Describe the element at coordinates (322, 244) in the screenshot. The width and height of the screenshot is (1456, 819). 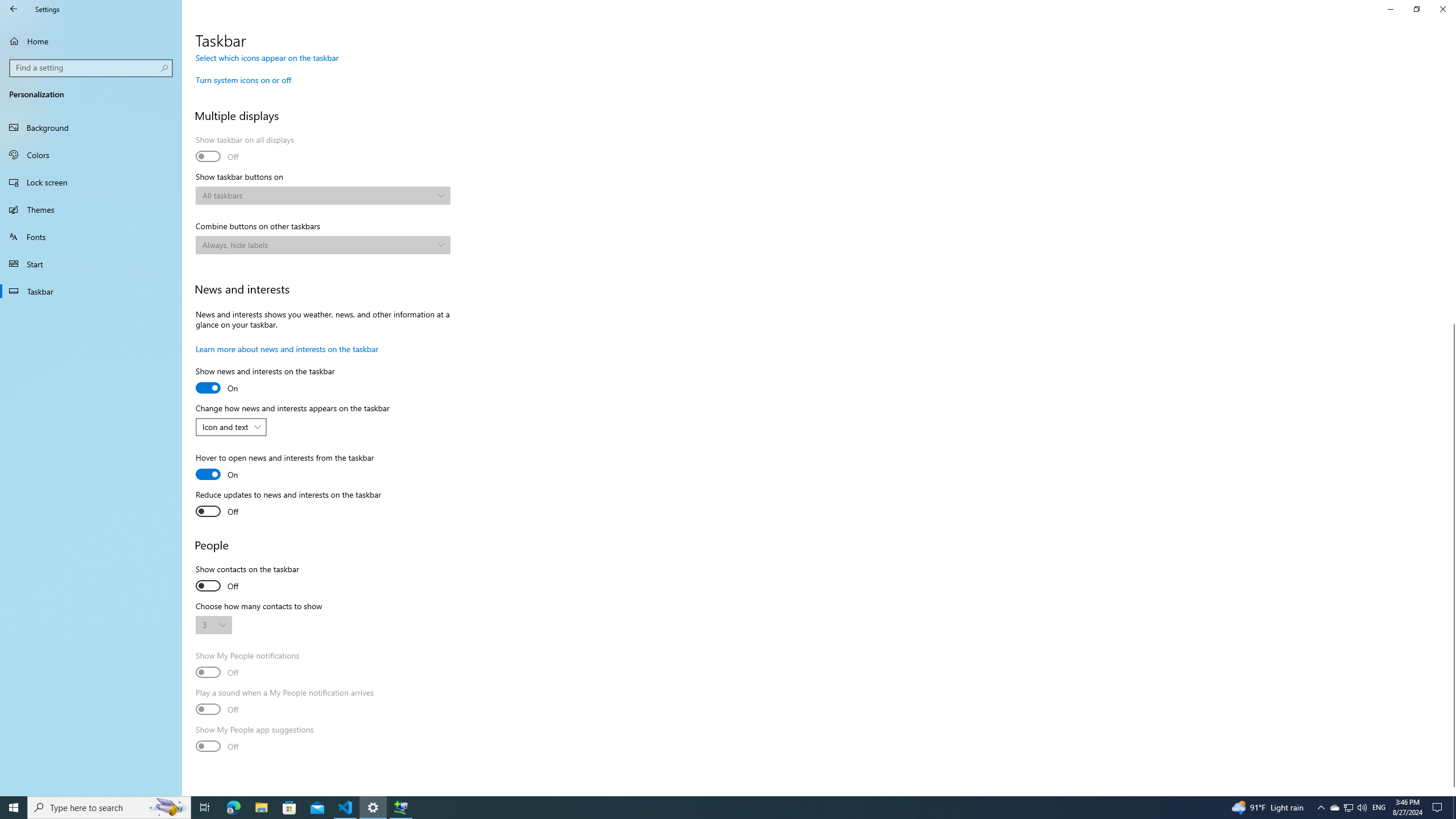
I see `'Combine buttons on other taskbars'` at that location.